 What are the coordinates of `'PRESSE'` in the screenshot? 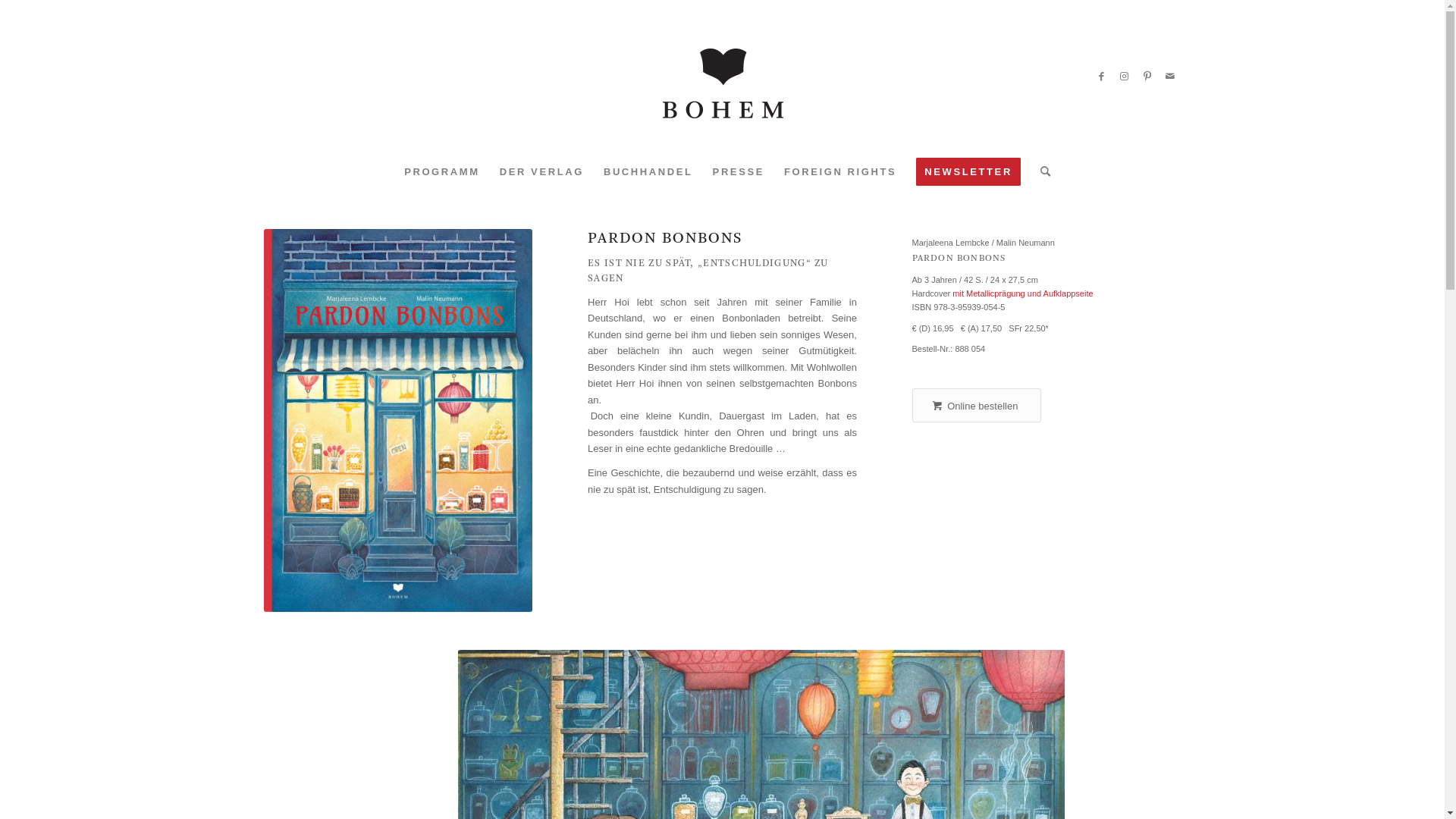 It's located at (739, 171).